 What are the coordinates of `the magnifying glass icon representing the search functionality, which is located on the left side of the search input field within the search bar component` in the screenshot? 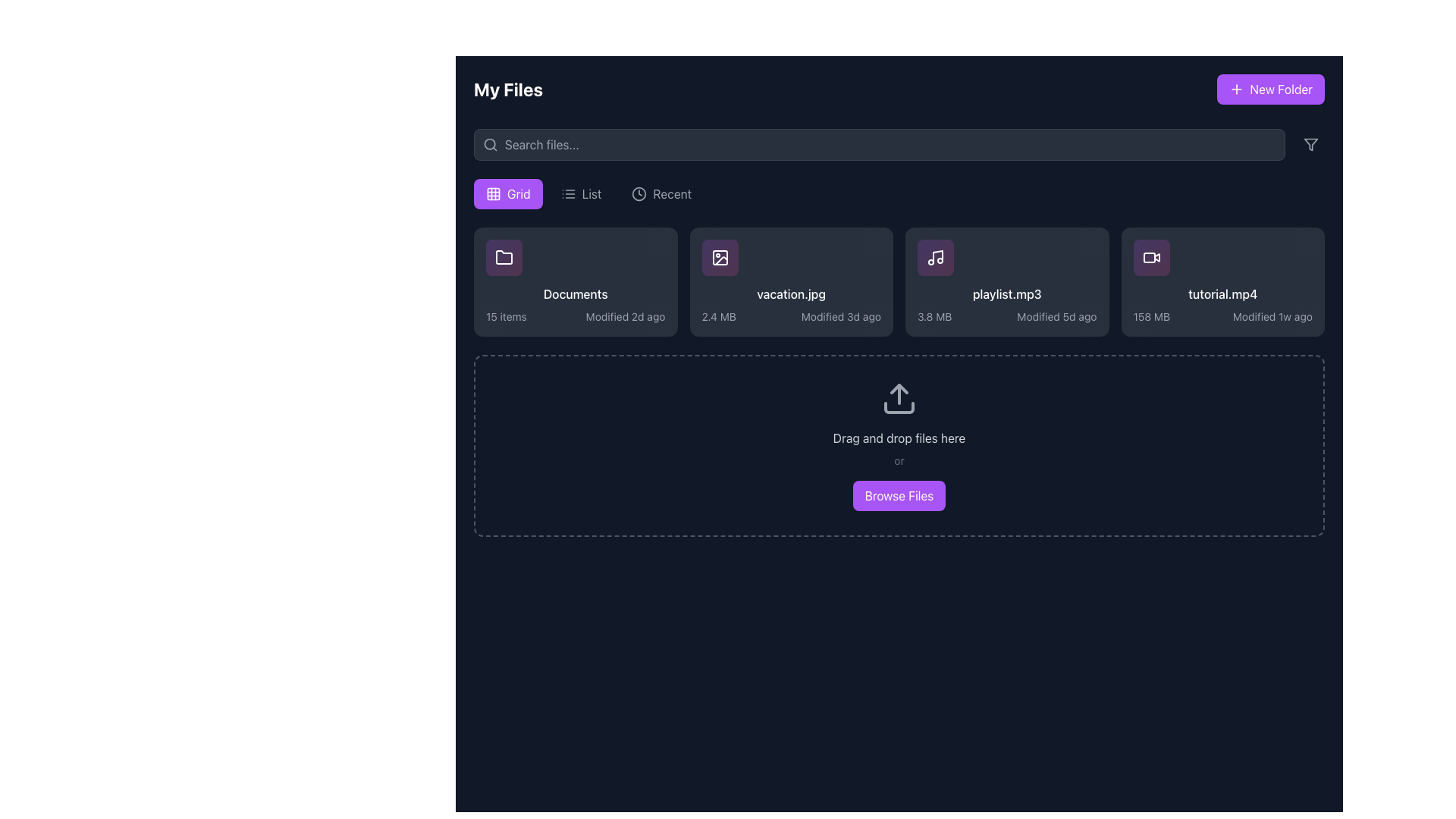 It's located at (491, 145).